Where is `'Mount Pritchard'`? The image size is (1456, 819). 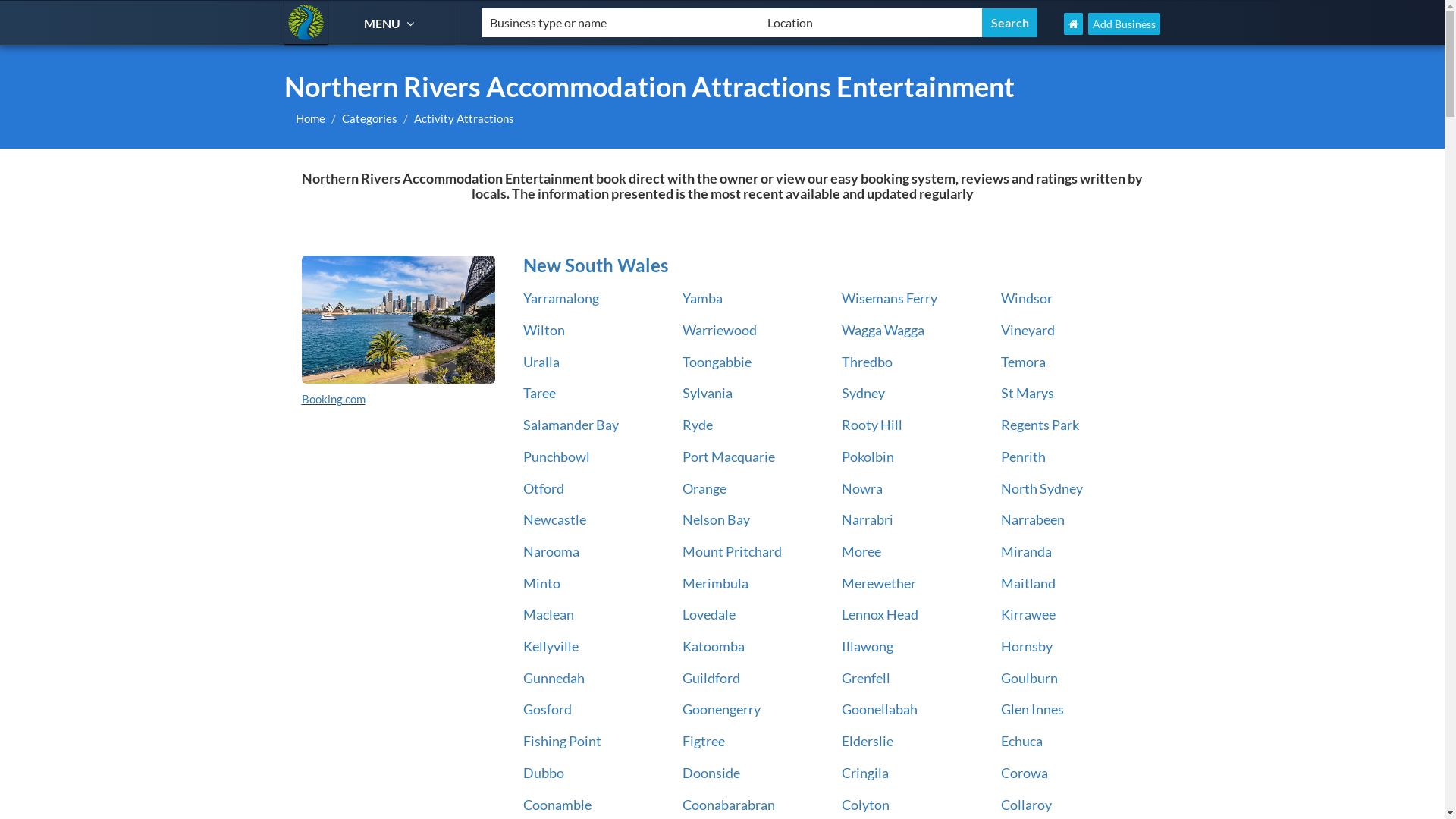
'Mount Pritchard' is located at coordinates (732, 551).